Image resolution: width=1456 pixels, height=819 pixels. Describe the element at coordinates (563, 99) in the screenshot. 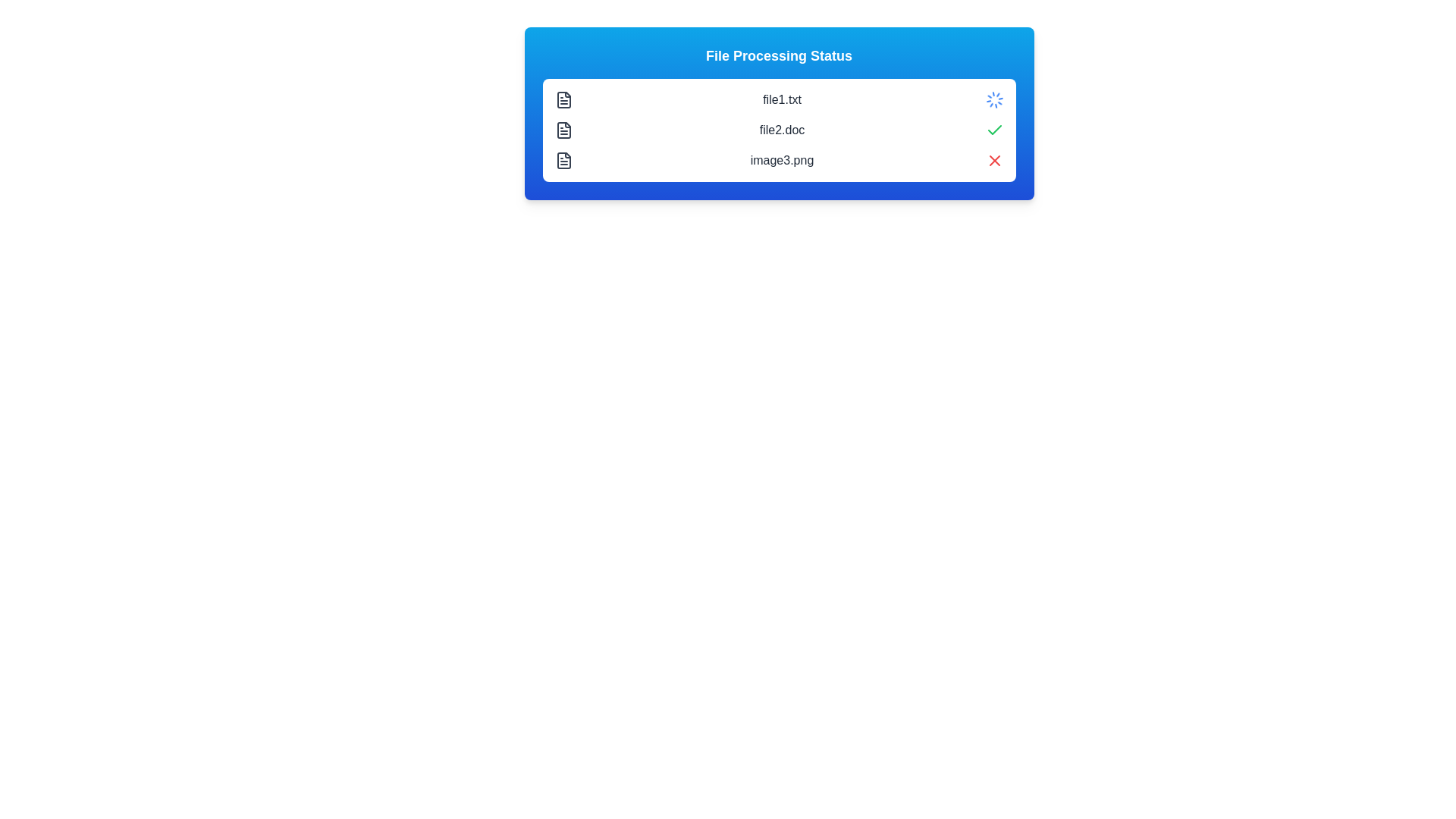

I see `the document icon located near the top-left corner of the file list section, immediately to the left of 'file1.txt'` at that location.